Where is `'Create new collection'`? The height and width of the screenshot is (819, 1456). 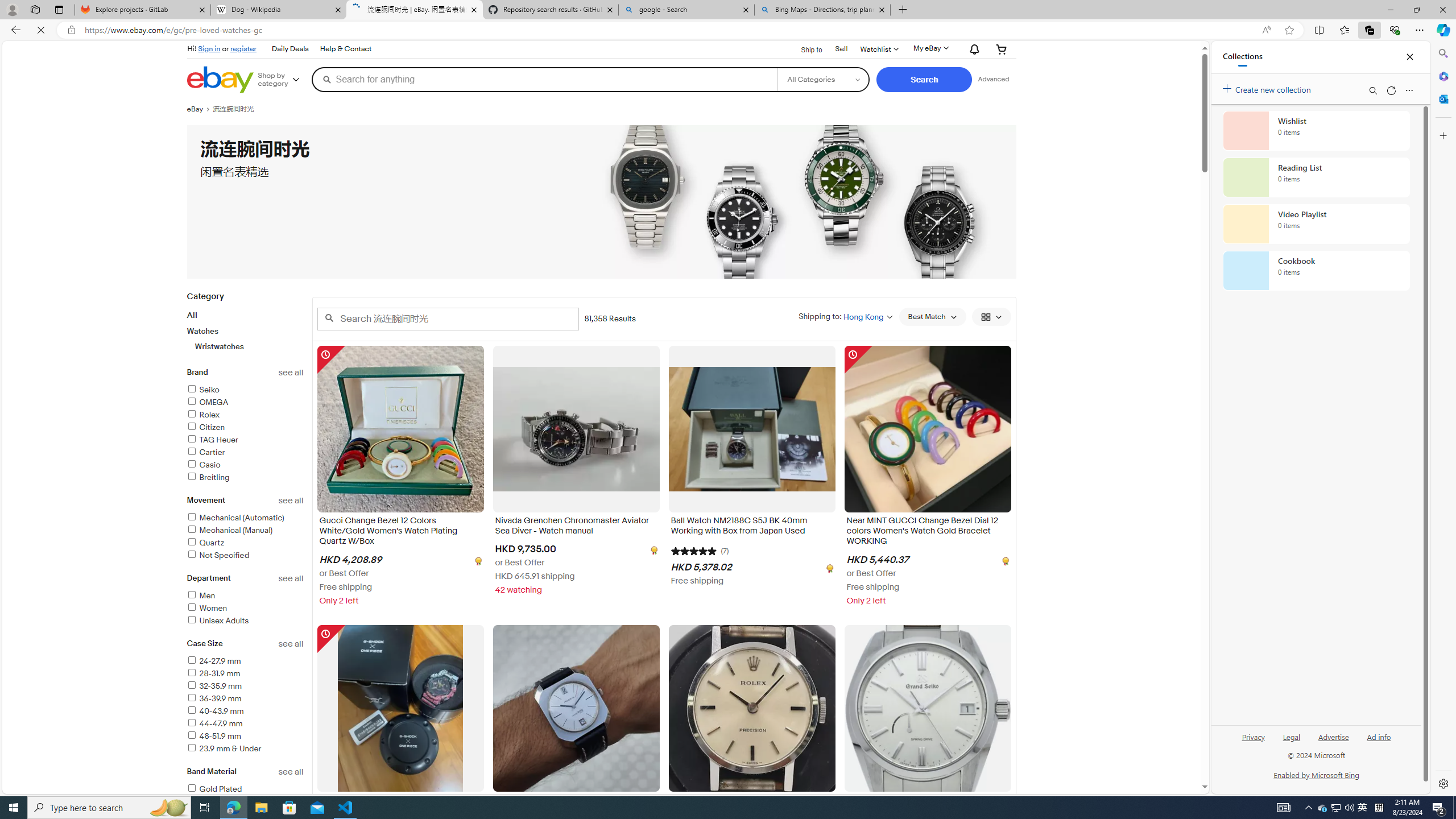
'Create new collection' is located at coordinates (1268, 87).